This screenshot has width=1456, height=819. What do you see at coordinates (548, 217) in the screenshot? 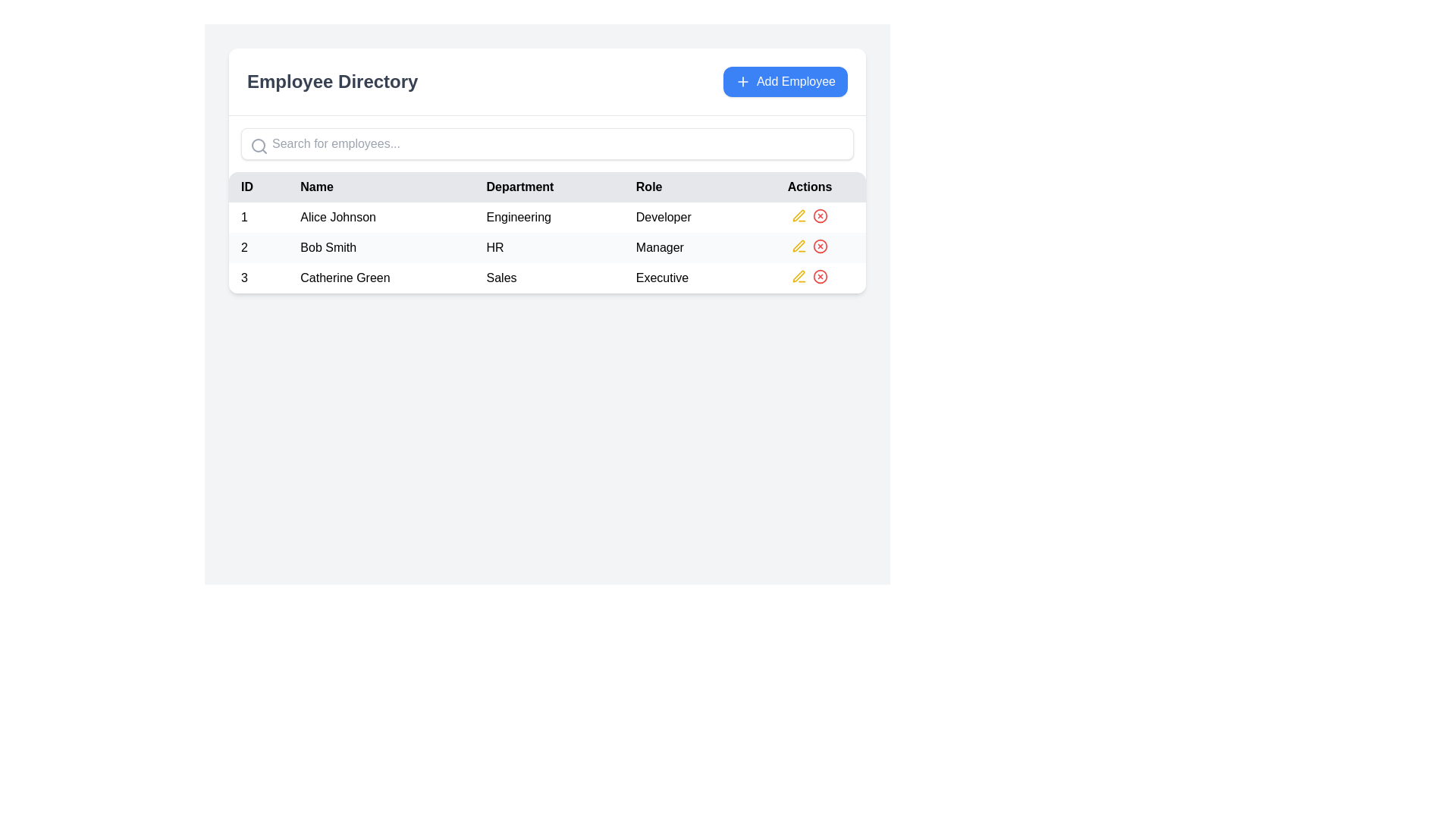
I see `the 'Engineering' department text label in the first row of the table, which is located in the 'Department' column, to identify it as a categorization label` at bounding box center [548, 217].